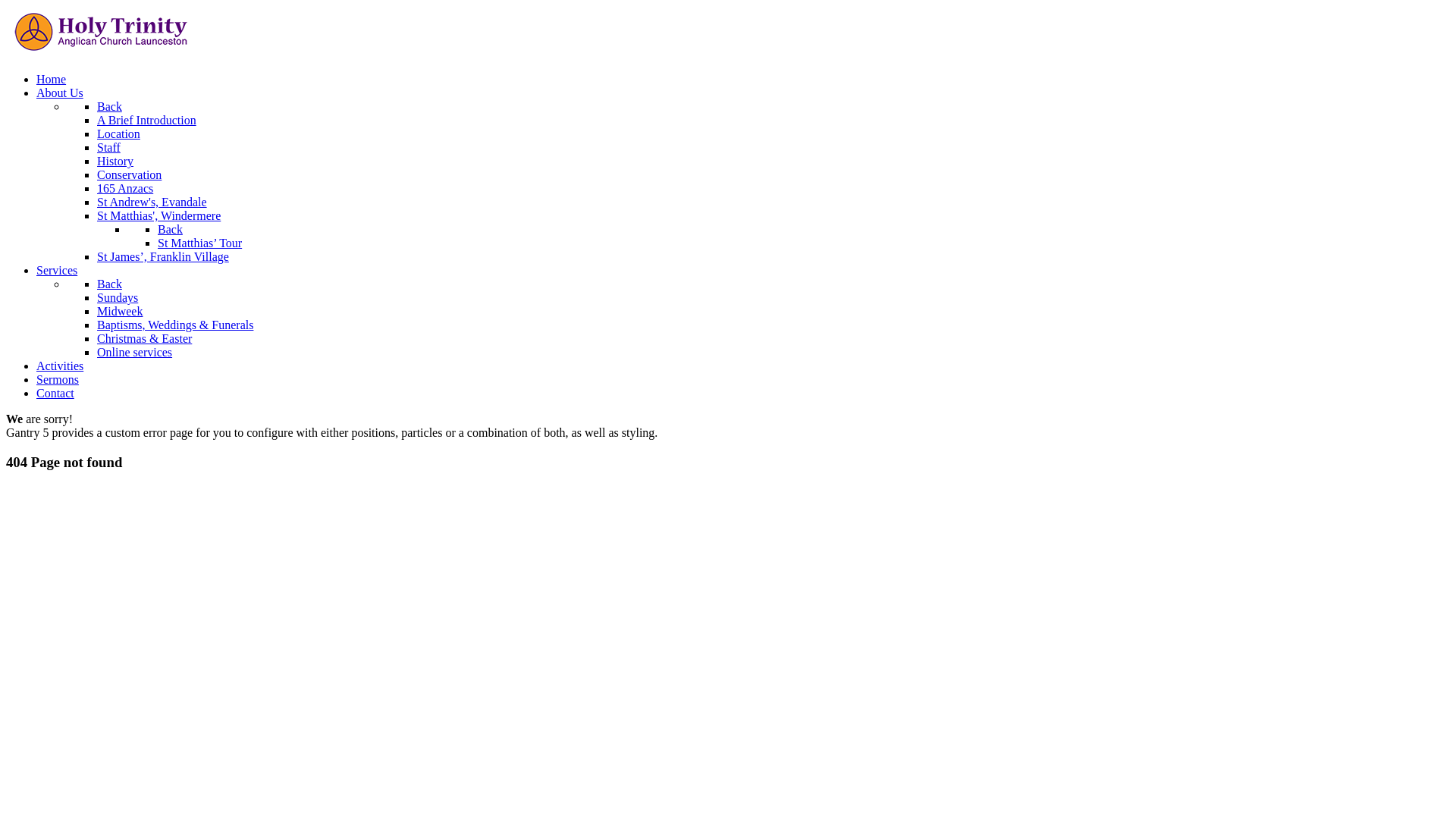 This screenshot has width=1456, height=819. I want to click on 'Staff', so click(108, 147).